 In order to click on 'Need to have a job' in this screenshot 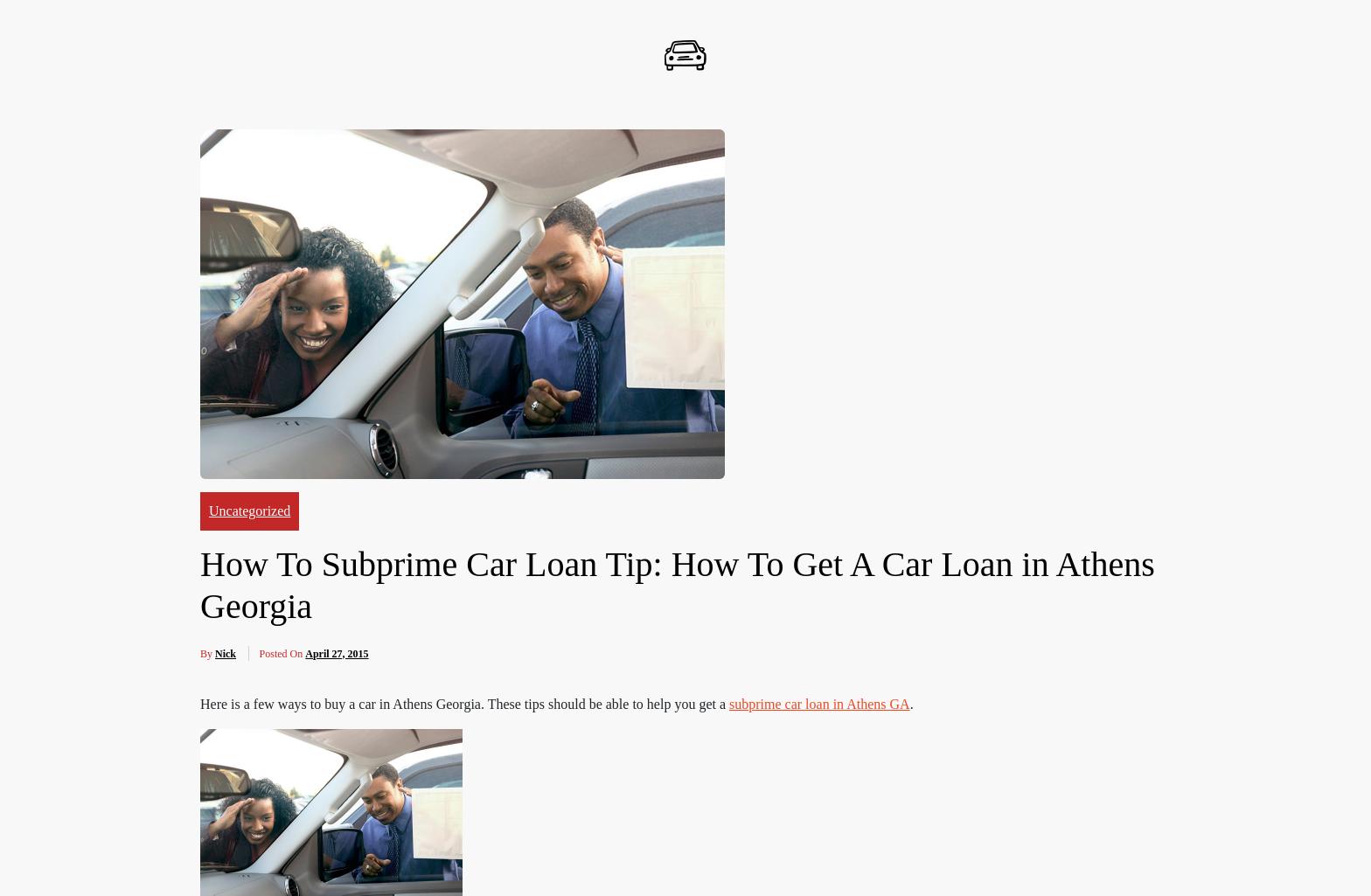, I will do `click(269, 50)`.